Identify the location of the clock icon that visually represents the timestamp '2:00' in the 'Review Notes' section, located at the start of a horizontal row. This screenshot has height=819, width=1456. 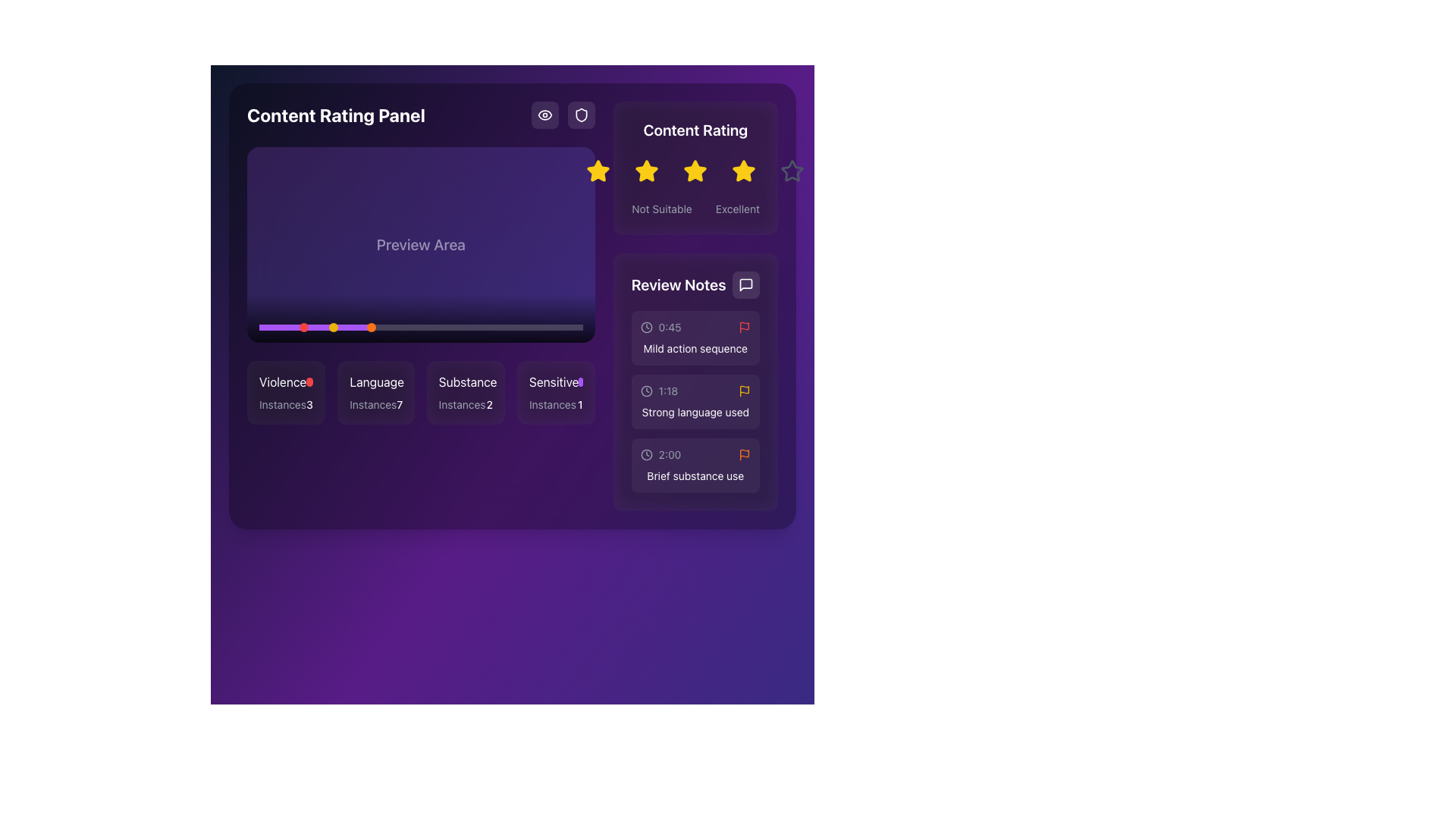
(646, 454).